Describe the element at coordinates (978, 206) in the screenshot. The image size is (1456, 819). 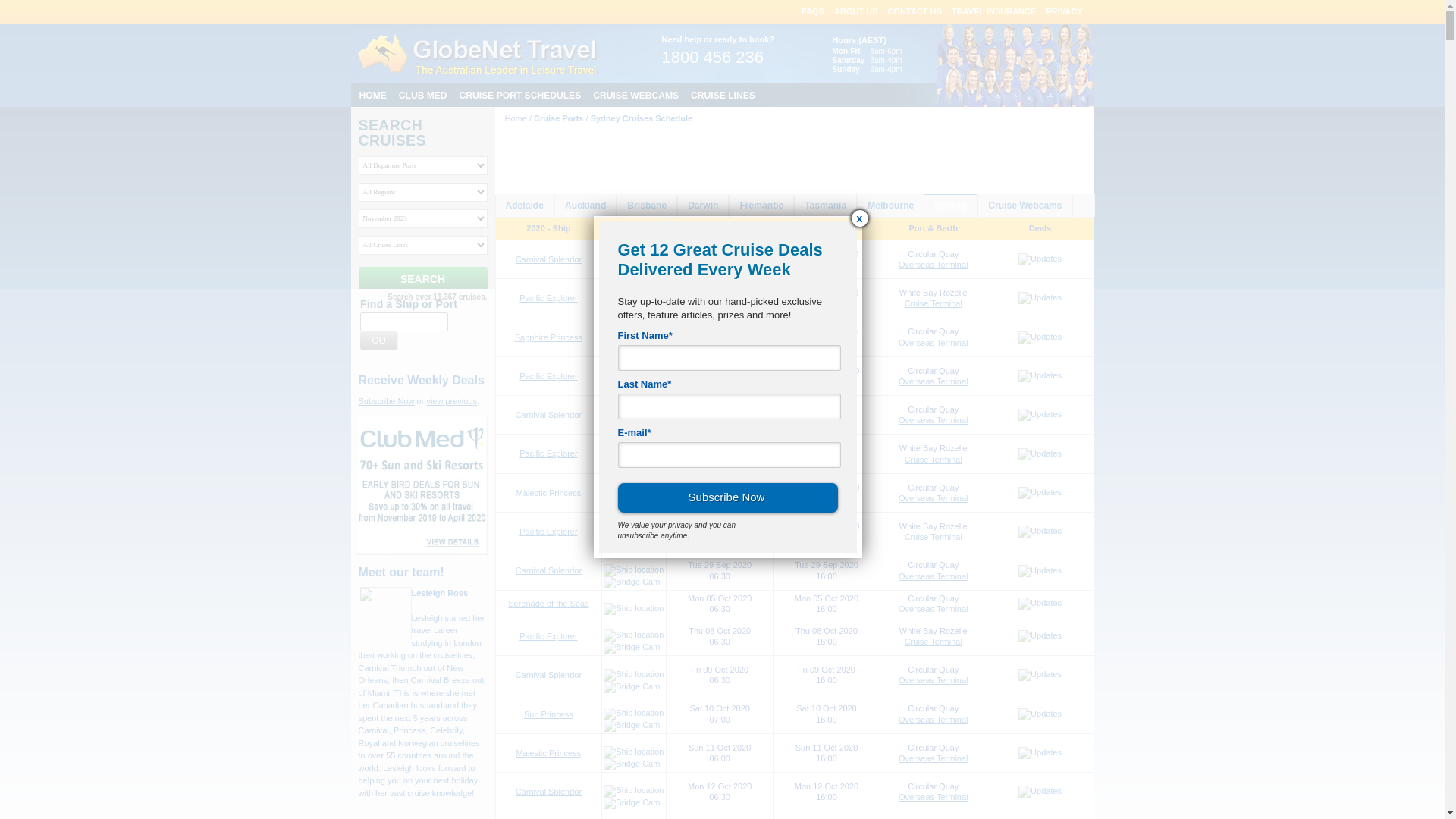
I see `'Cruise Webcams'` at that location.